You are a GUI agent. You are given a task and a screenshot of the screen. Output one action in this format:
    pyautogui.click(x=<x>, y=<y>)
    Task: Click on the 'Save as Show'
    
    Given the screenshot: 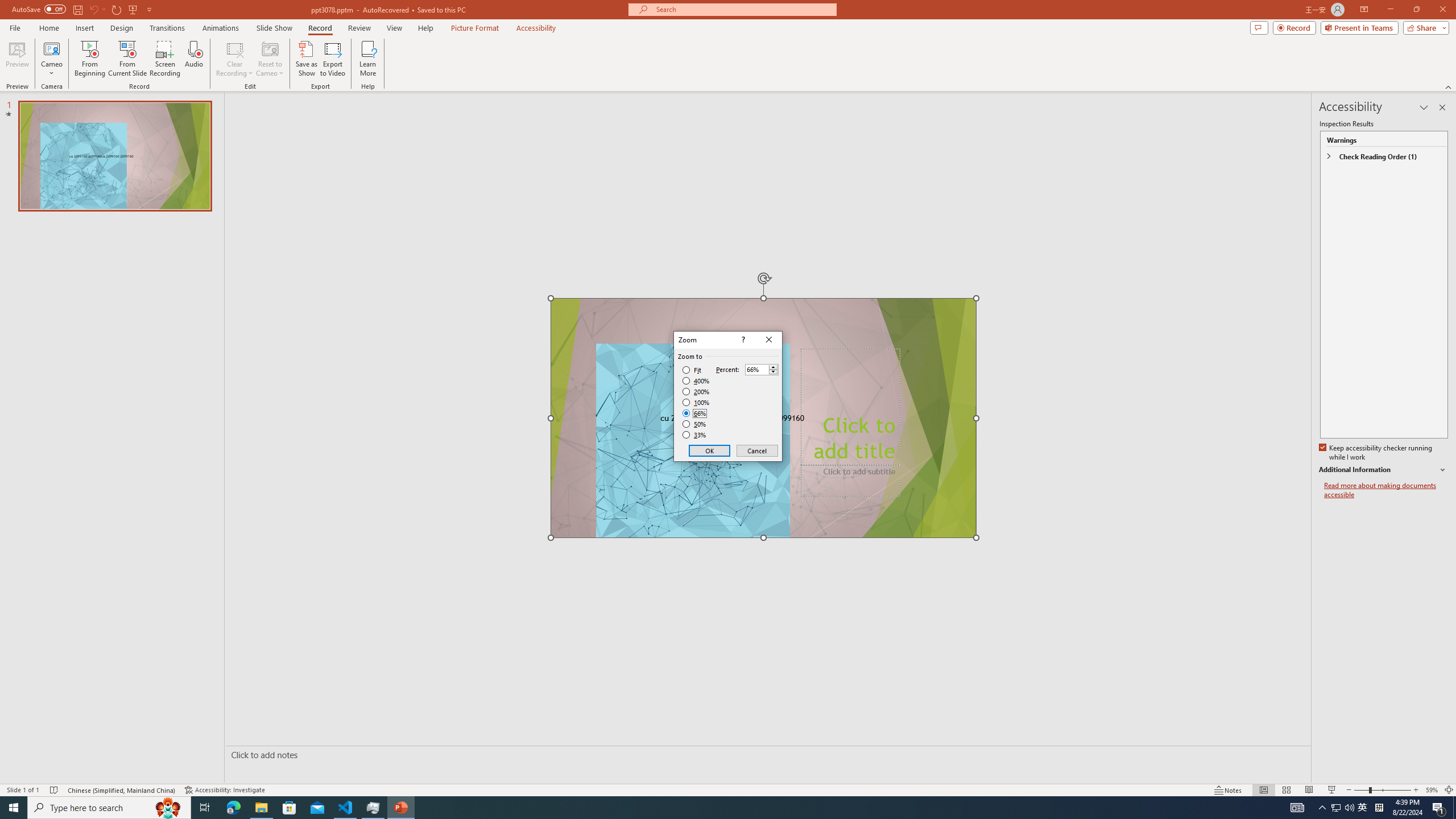 What is the action you would take?
    pyautogui.click(x=306, y=59)
    